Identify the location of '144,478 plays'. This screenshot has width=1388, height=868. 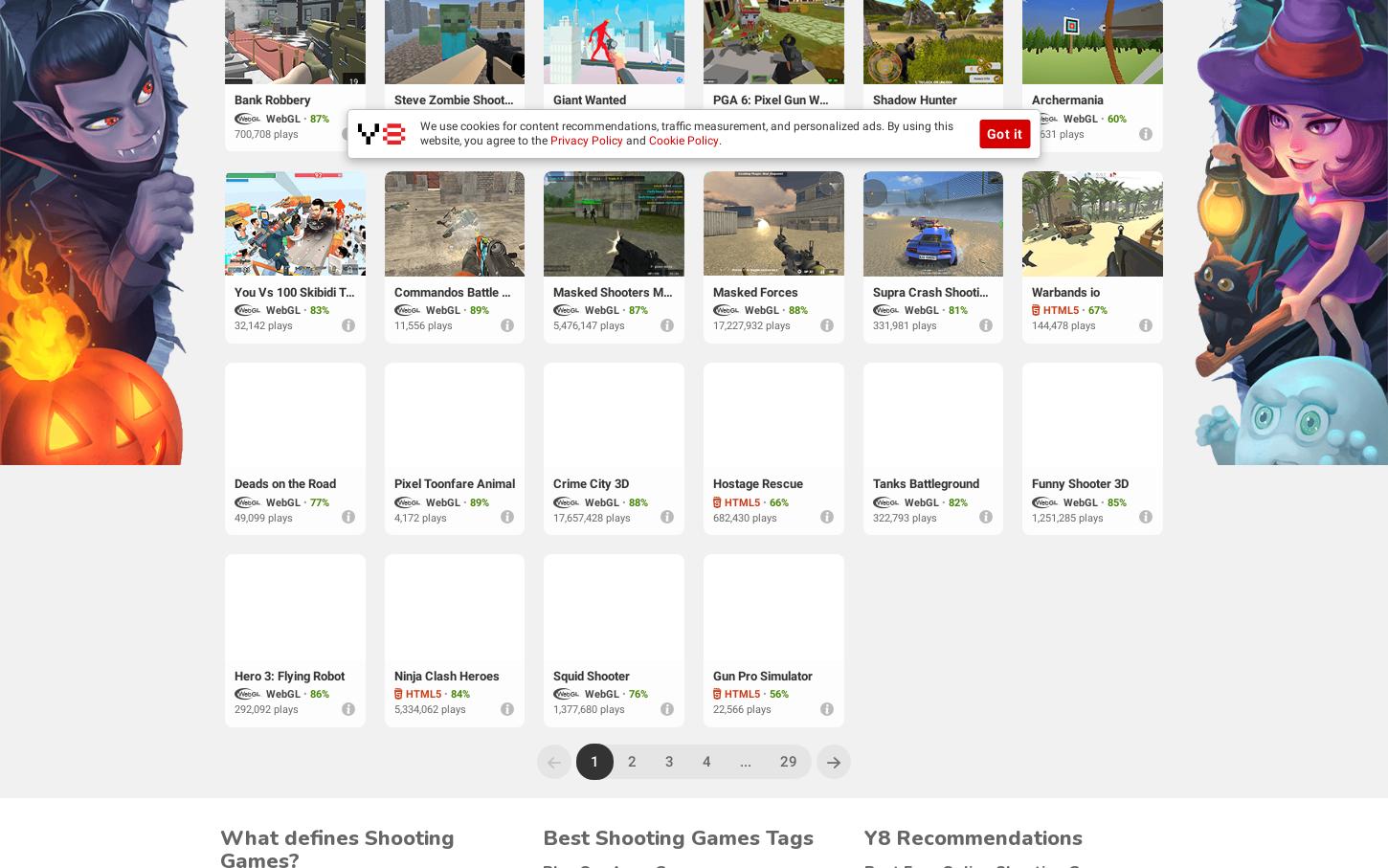
(1063, 324).